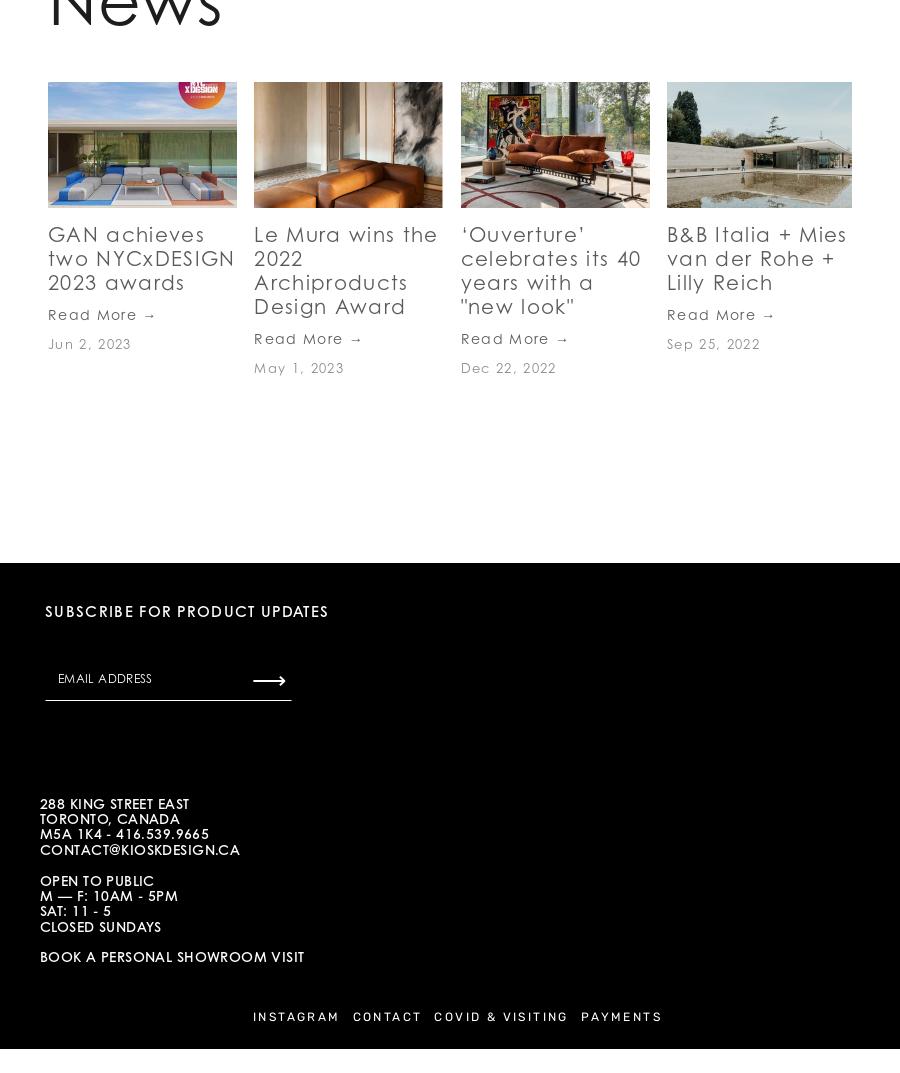 The width and height of the screenshot is (900, 1073). I want to click on 'Covid & Visiting', so click(500, 1016).